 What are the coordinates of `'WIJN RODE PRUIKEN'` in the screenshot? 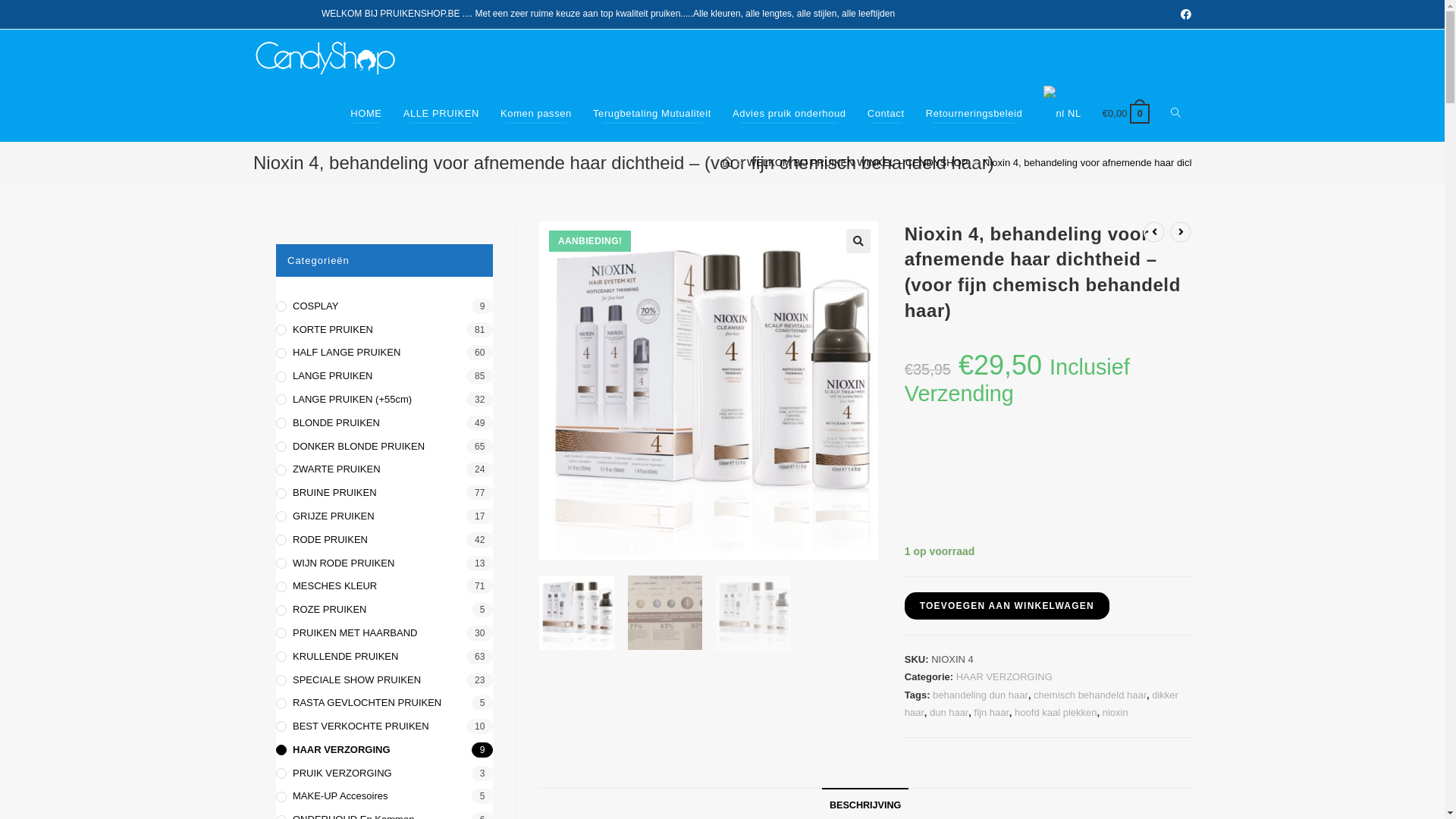 It's located at (384, 563).